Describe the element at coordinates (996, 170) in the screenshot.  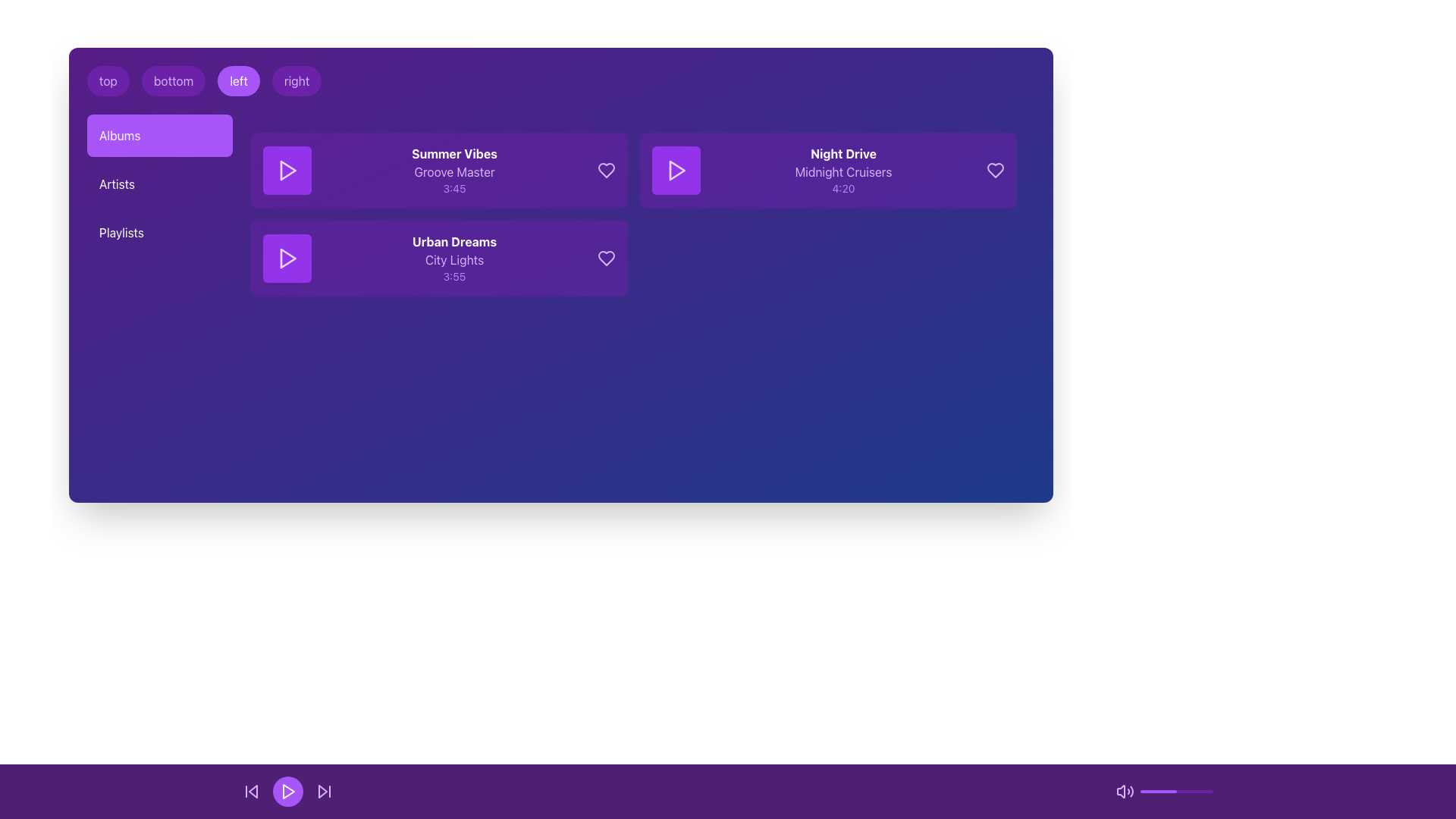
I see `the heart icon located to the far right of the song entry for 'Night Drive' by 'Midnight Cruisers'` at that location.